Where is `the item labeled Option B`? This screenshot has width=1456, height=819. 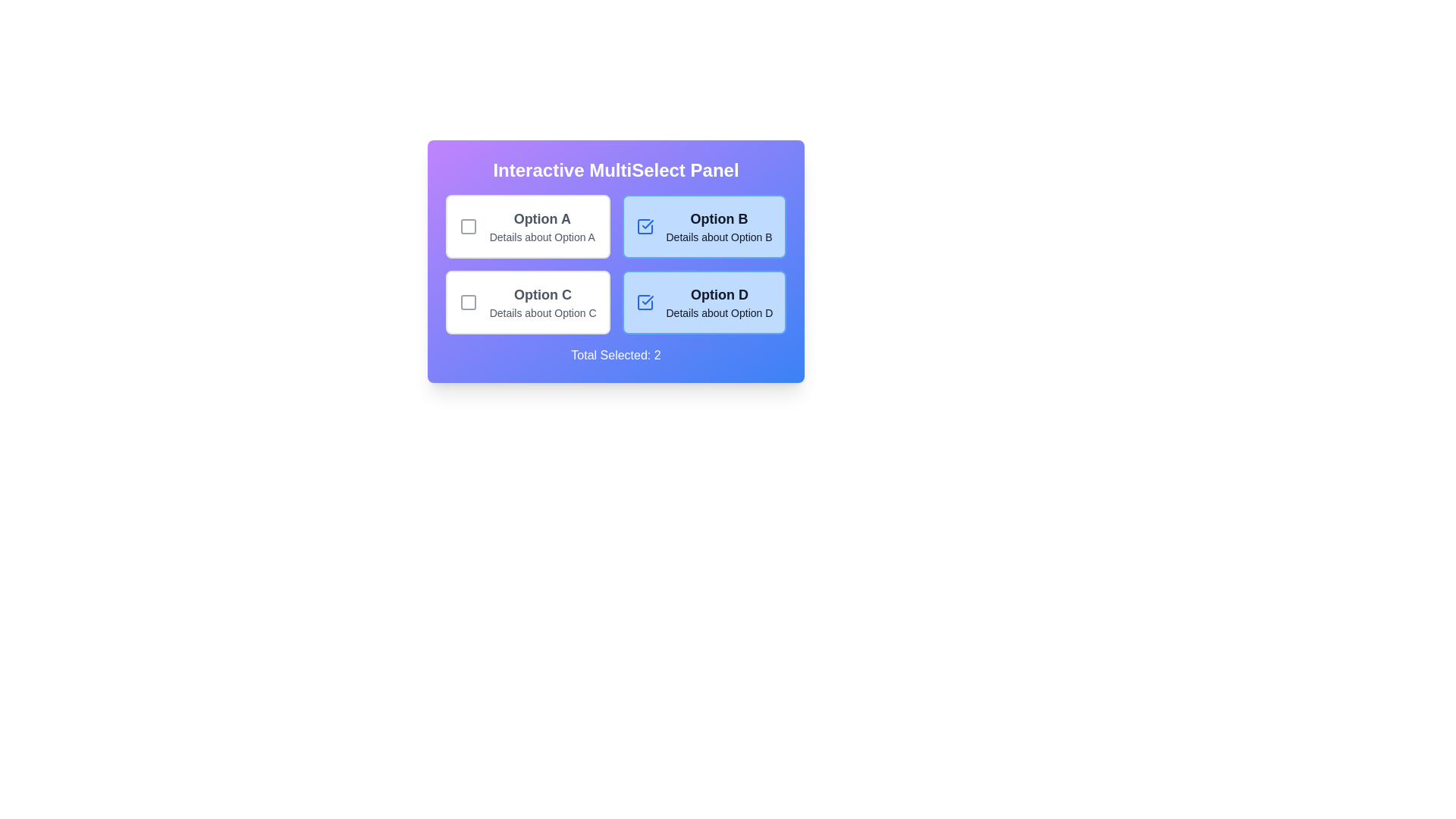
the item labeled Option B is located at coordinates (702, 227).